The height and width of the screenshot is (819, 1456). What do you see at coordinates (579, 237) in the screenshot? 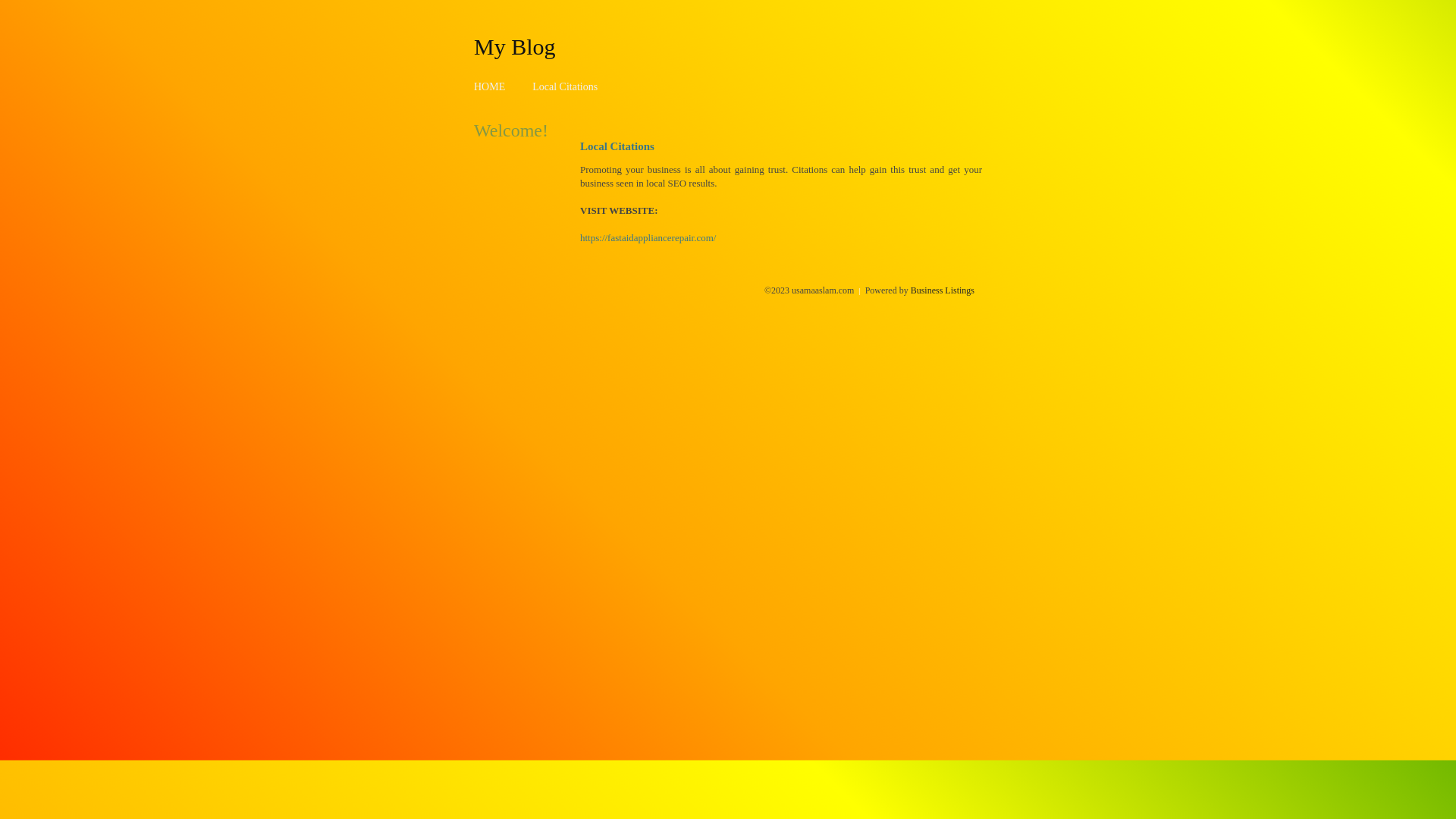
I see `'https://fastaidappliancerepair.com/'` at bounding box center [579, 237].